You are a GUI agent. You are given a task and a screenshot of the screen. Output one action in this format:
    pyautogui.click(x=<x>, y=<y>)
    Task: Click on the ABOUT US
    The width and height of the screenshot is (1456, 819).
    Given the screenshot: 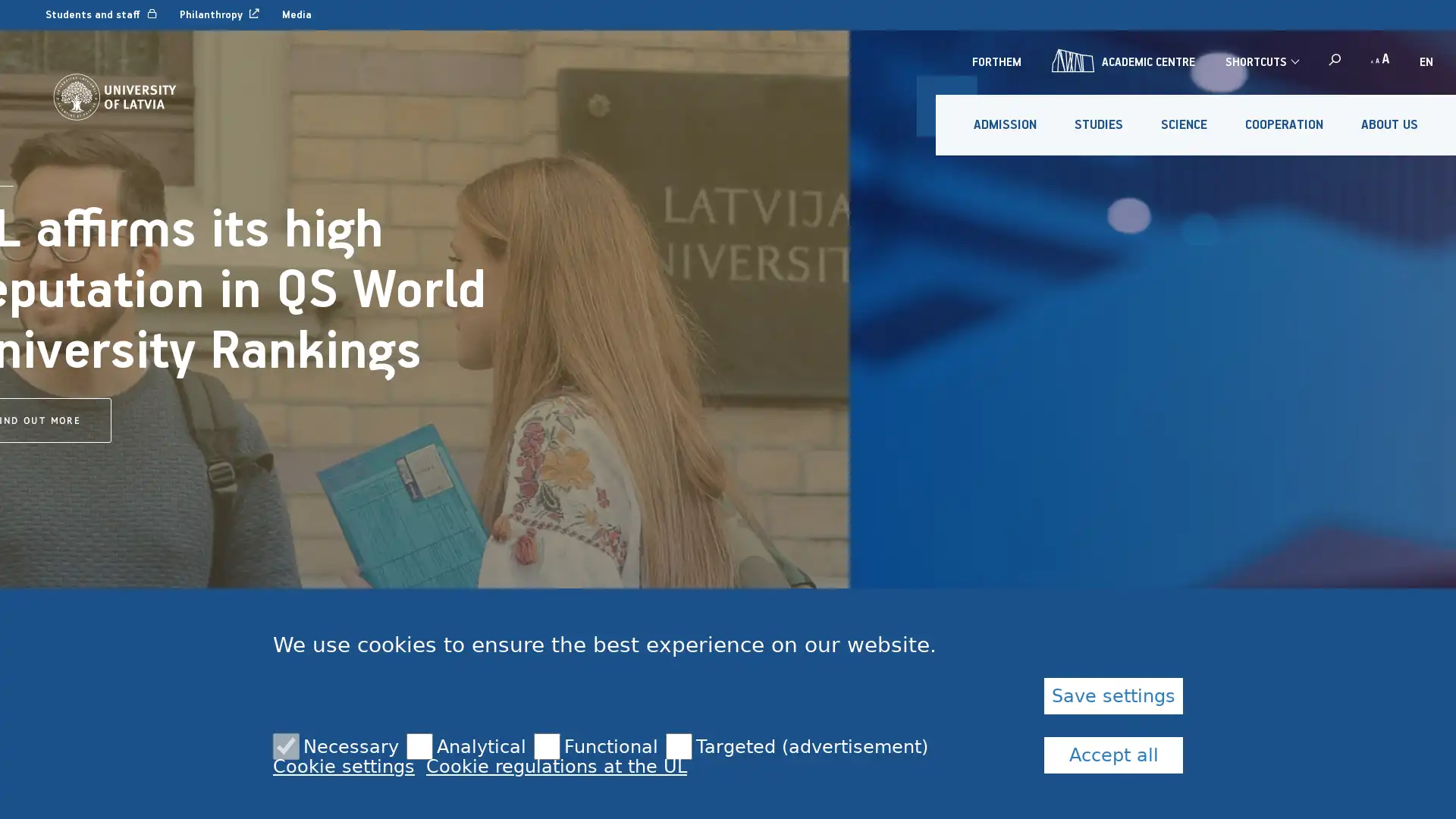 What is the action you would take?
    pyautogui.click(x=1389, y=124)
    